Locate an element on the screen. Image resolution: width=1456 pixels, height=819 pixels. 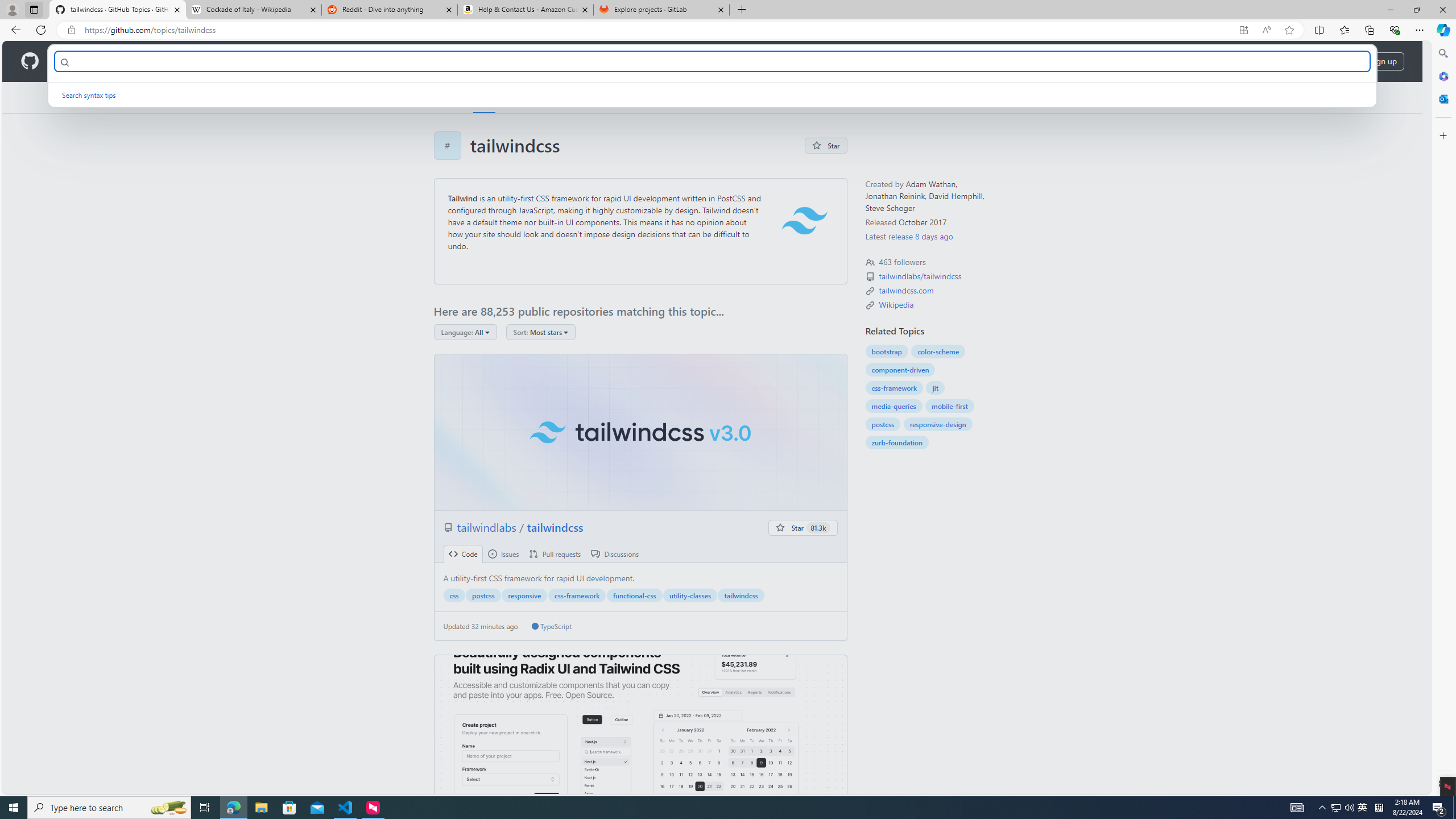
'Solutions' is located at coordinates (127, 61).